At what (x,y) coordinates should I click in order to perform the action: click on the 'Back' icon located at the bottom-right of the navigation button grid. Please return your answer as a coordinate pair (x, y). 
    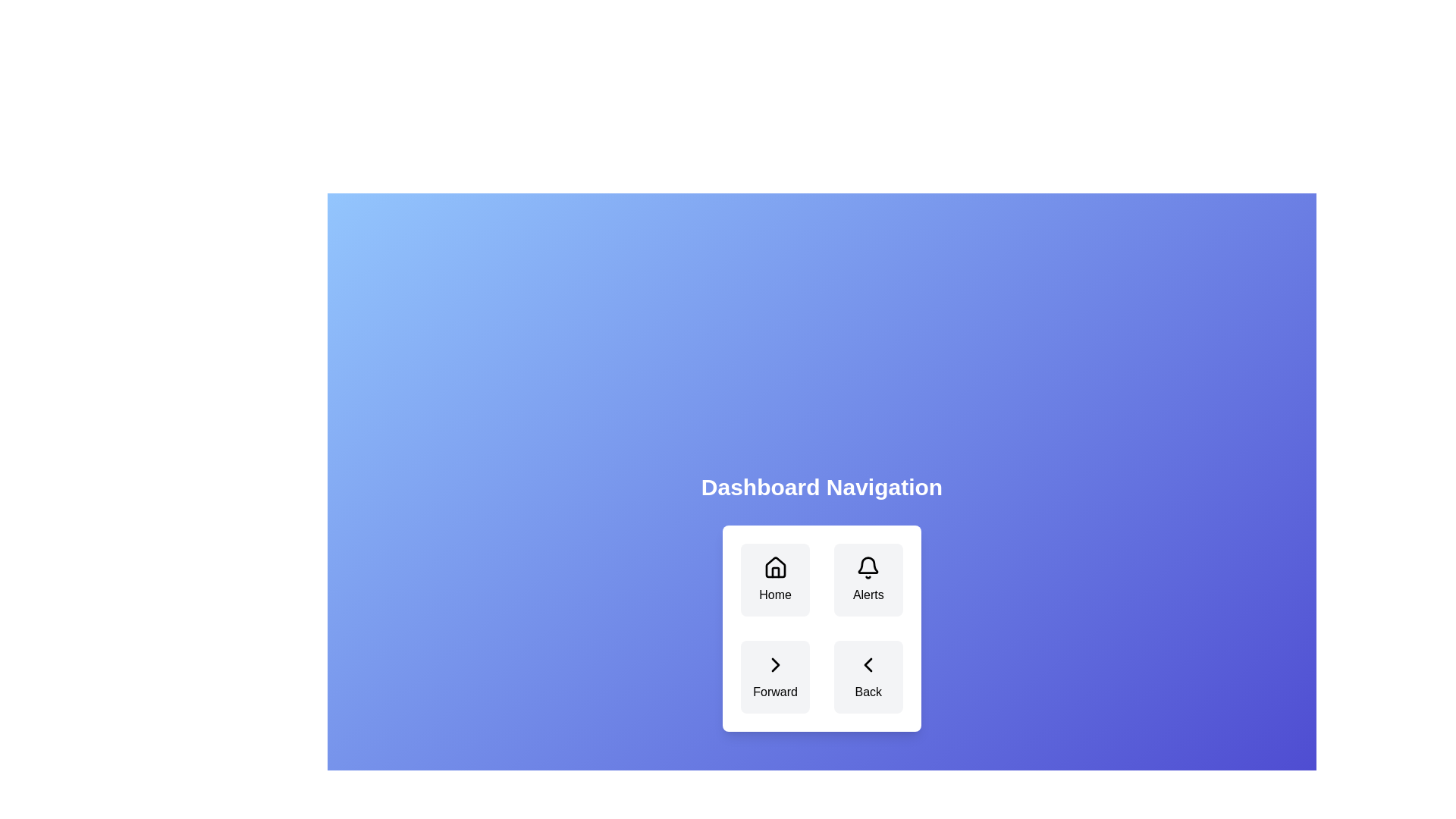
    Looking at the image, I should click on (868, 664).